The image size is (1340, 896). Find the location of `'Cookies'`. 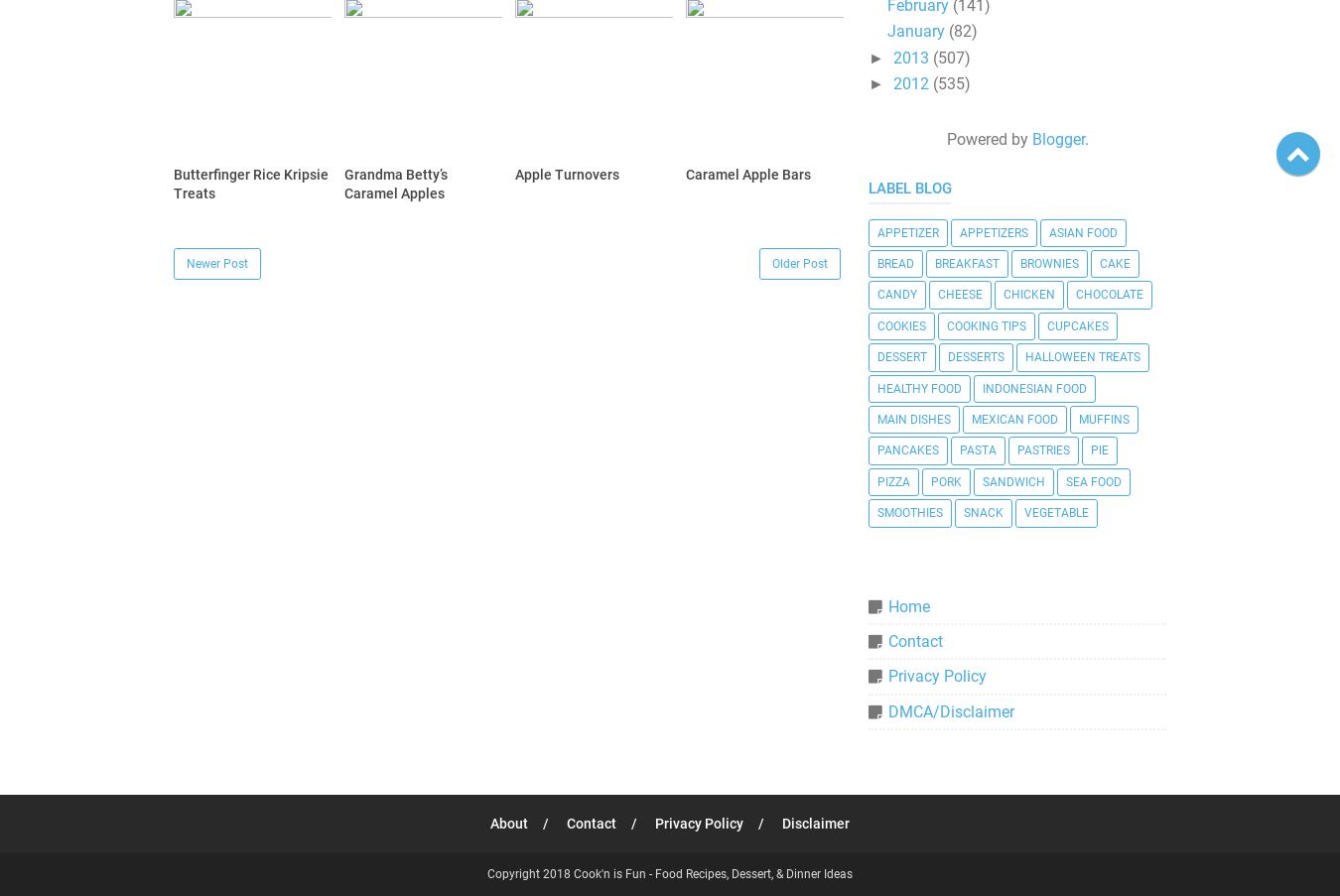

'Cookies' is located at coordinates (900, 324).